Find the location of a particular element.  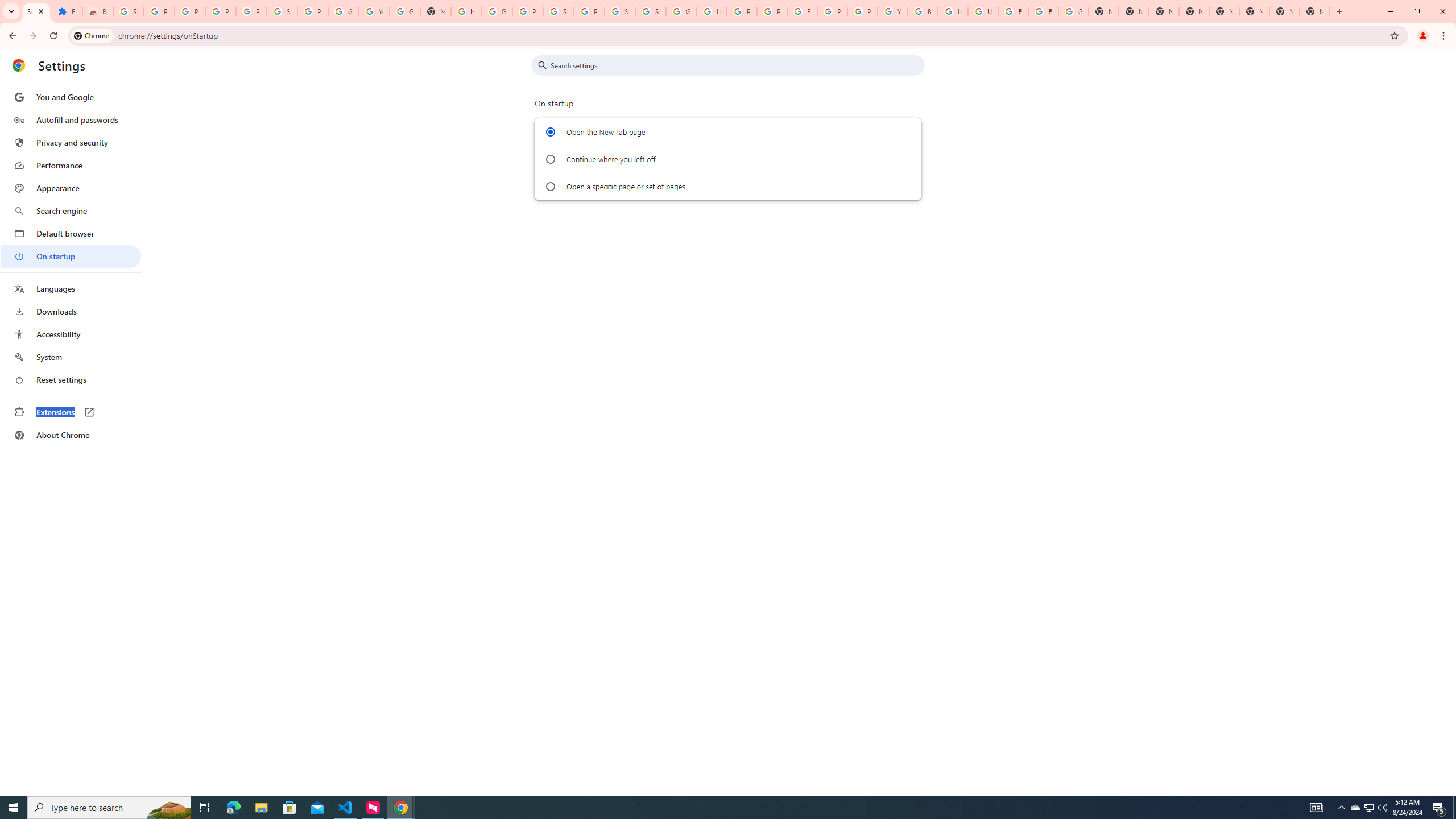

'AutomationID: menu' is located at coordinates (71, 266).